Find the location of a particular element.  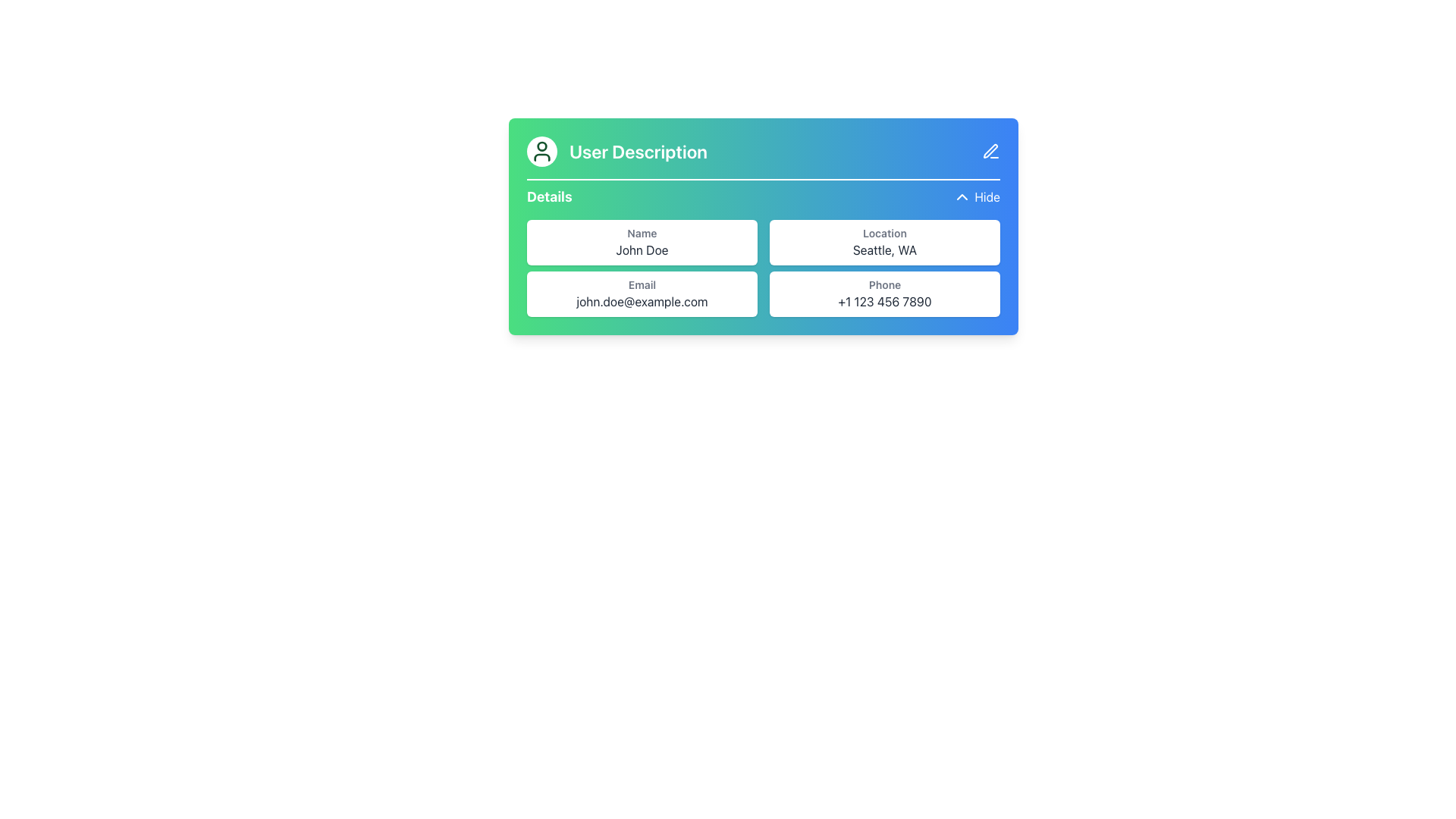

the static text element displaying the phone number '+1 123 456 7890' within the 'Details' section of the card, which is labeled 'Phone' is located at coordinates (884, 301).